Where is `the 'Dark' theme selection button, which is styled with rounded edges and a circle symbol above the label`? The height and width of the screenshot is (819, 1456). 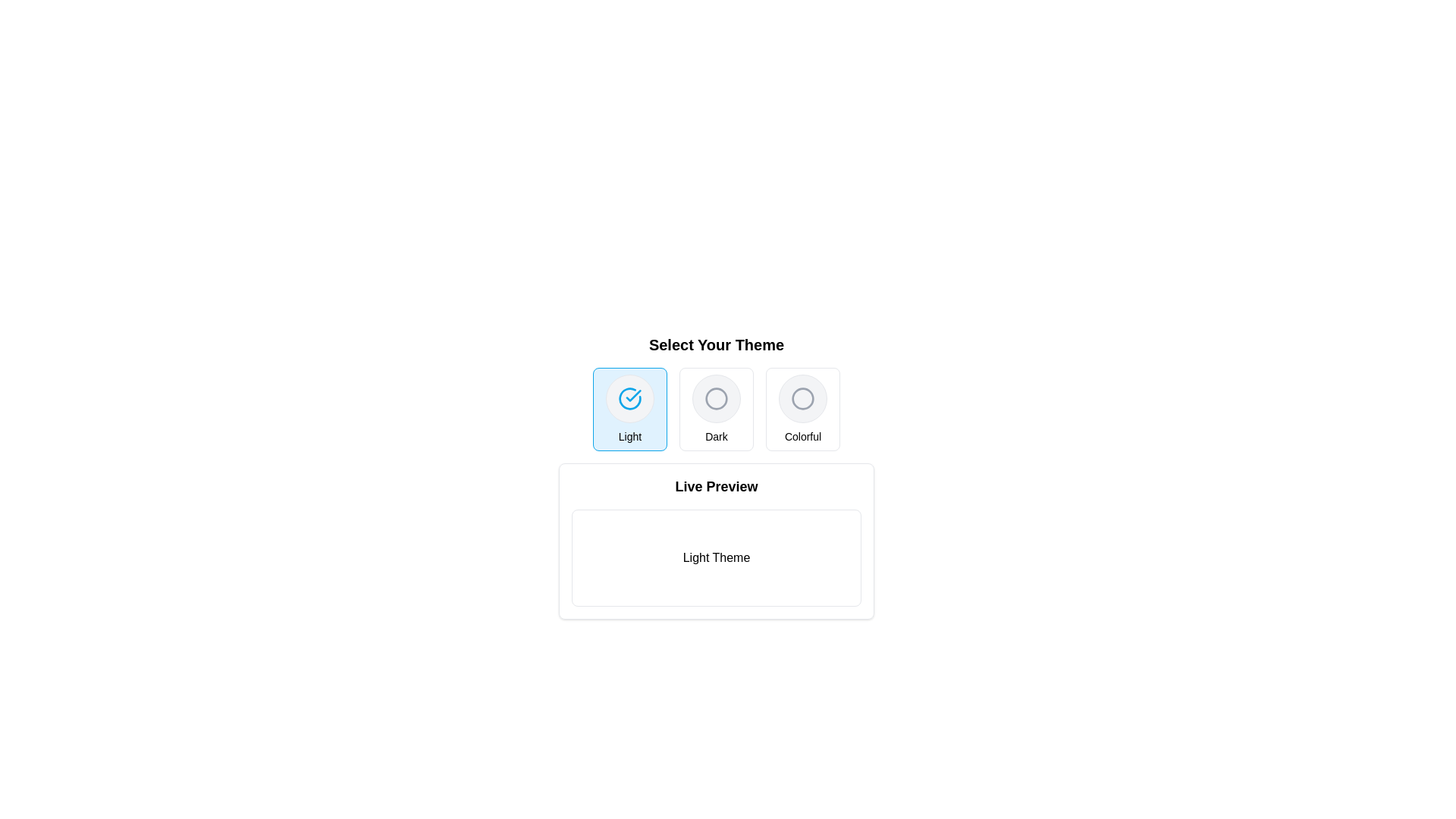 the 'Dark' theme selection button, which is styled with rounded edges and a circle symbol above the label is located at coordinates (716, 409).